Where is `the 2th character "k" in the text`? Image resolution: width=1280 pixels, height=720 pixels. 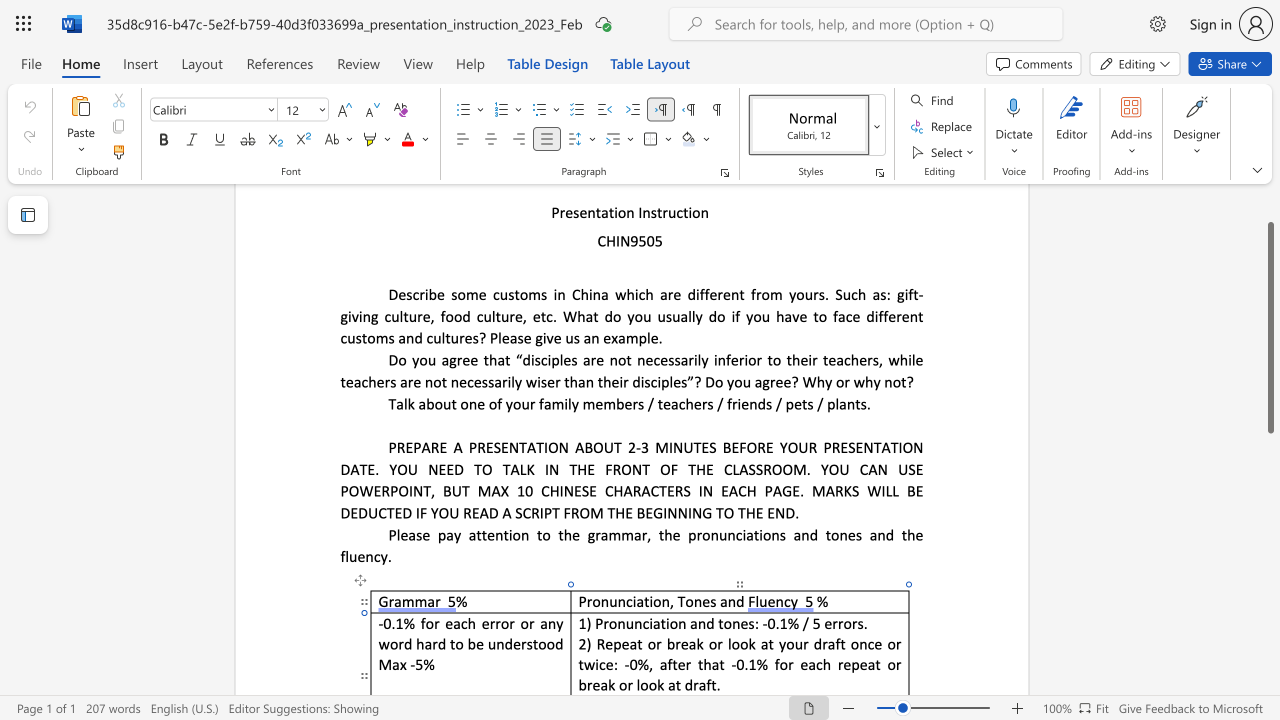 the 2th character "k" in the text is located at coordinates (751, 644).